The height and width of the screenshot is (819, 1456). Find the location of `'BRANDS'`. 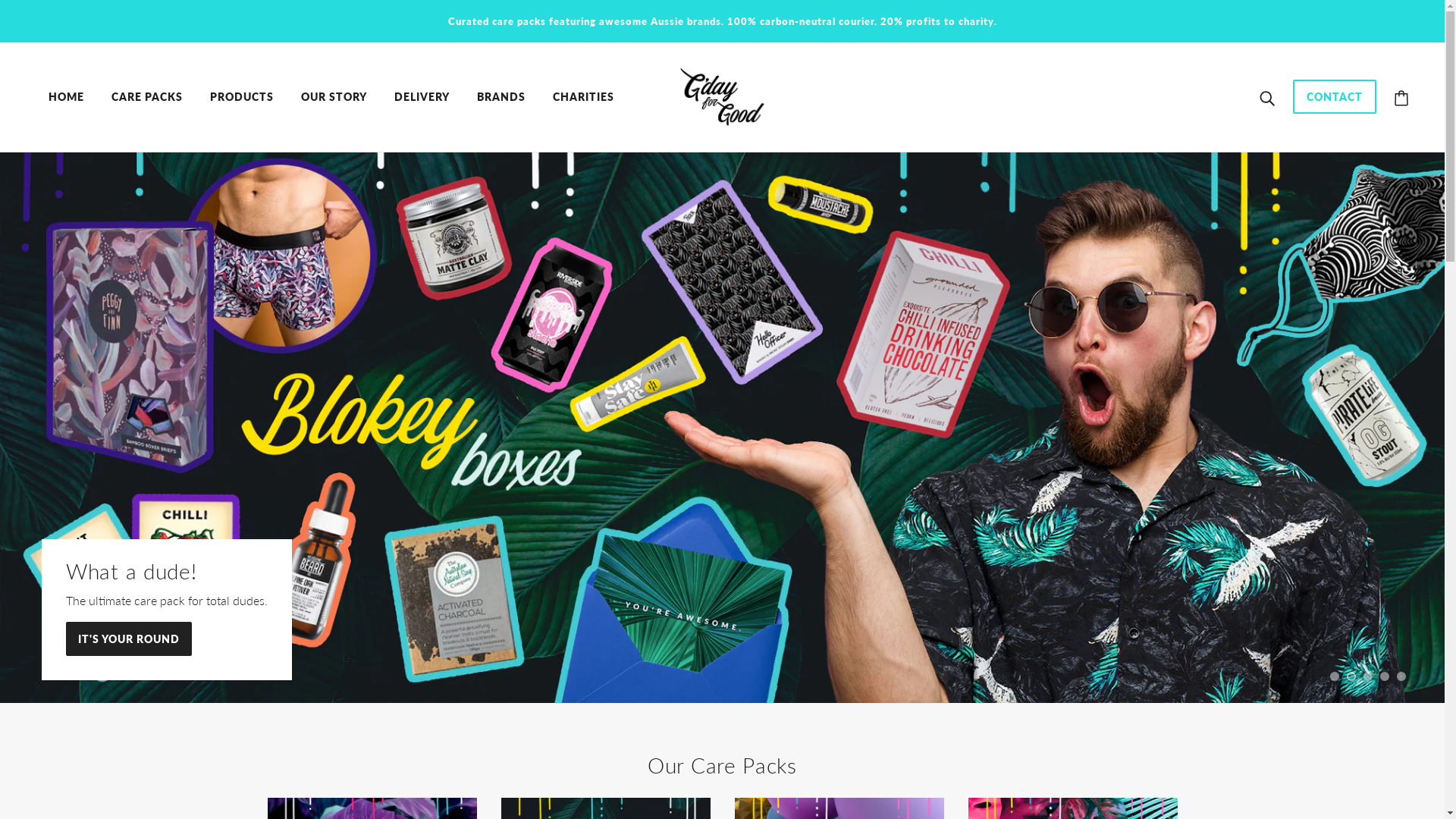

'BRANDS' is located at coordinates (501, 96).